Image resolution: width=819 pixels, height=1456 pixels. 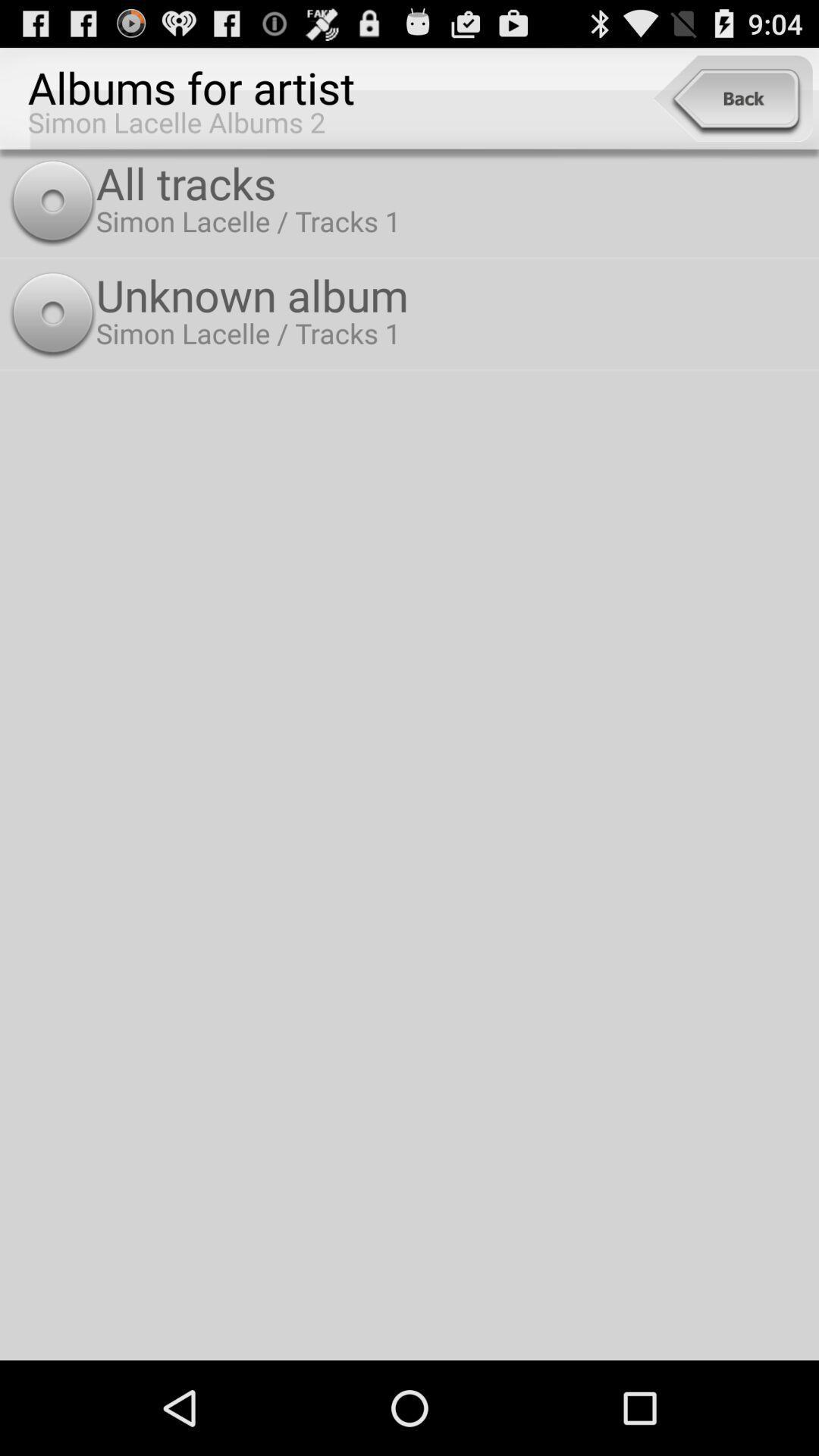 I want to click on unknown album item, so click(x=453, y=294).